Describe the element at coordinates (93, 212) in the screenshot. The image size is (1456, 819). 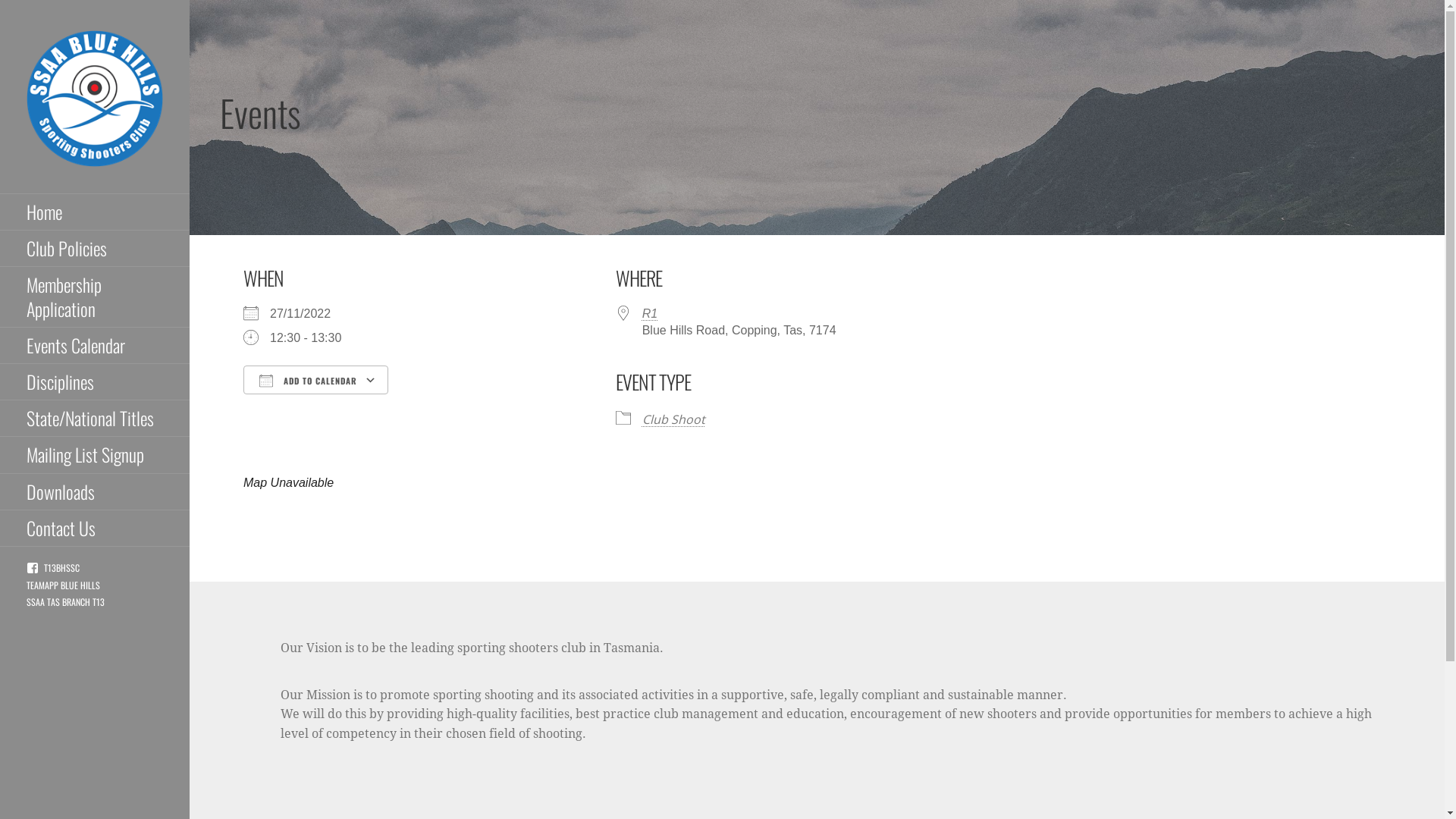
I see `'Home'` at that location.